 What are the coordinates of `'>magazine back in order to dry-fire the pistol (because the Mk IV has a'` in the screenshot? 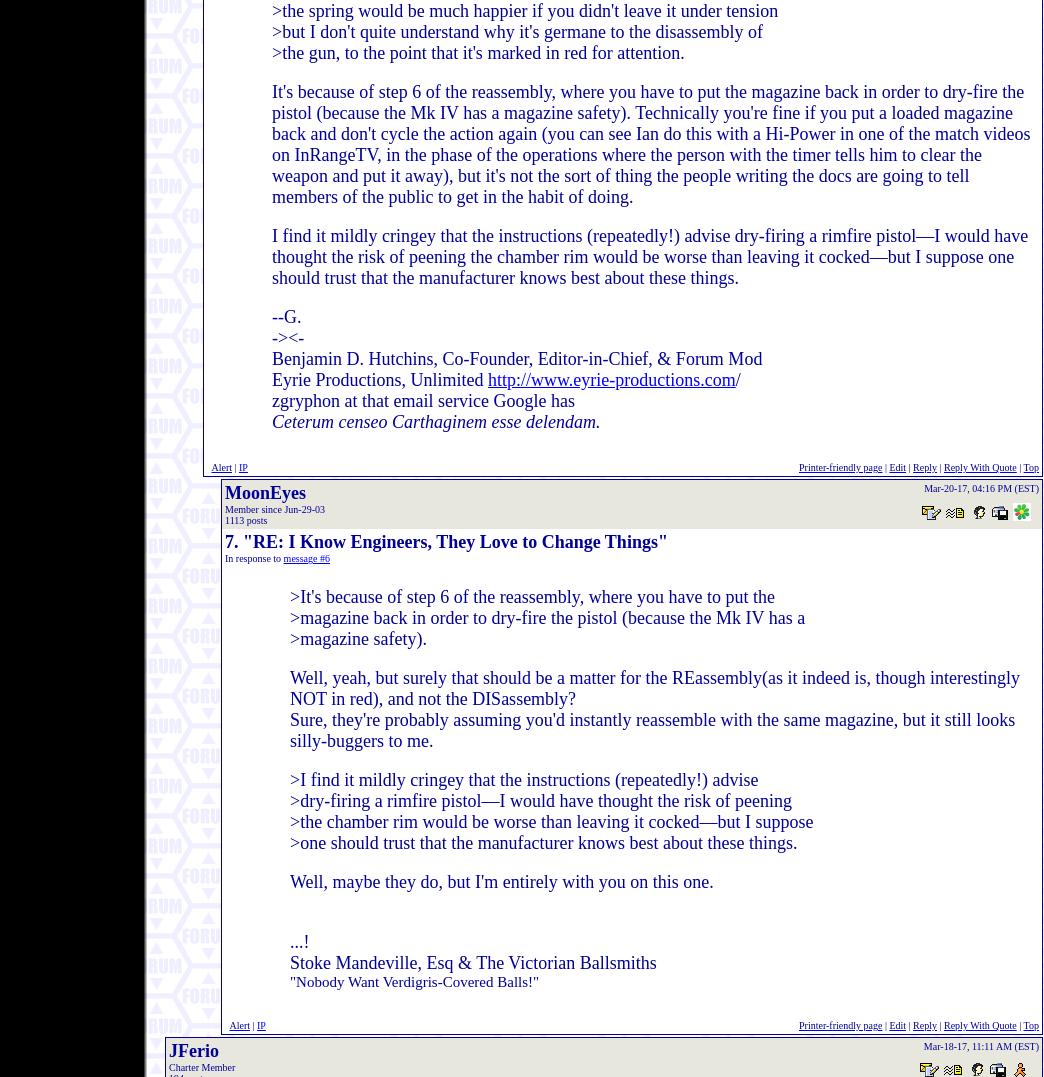 It's located at (546, 616).